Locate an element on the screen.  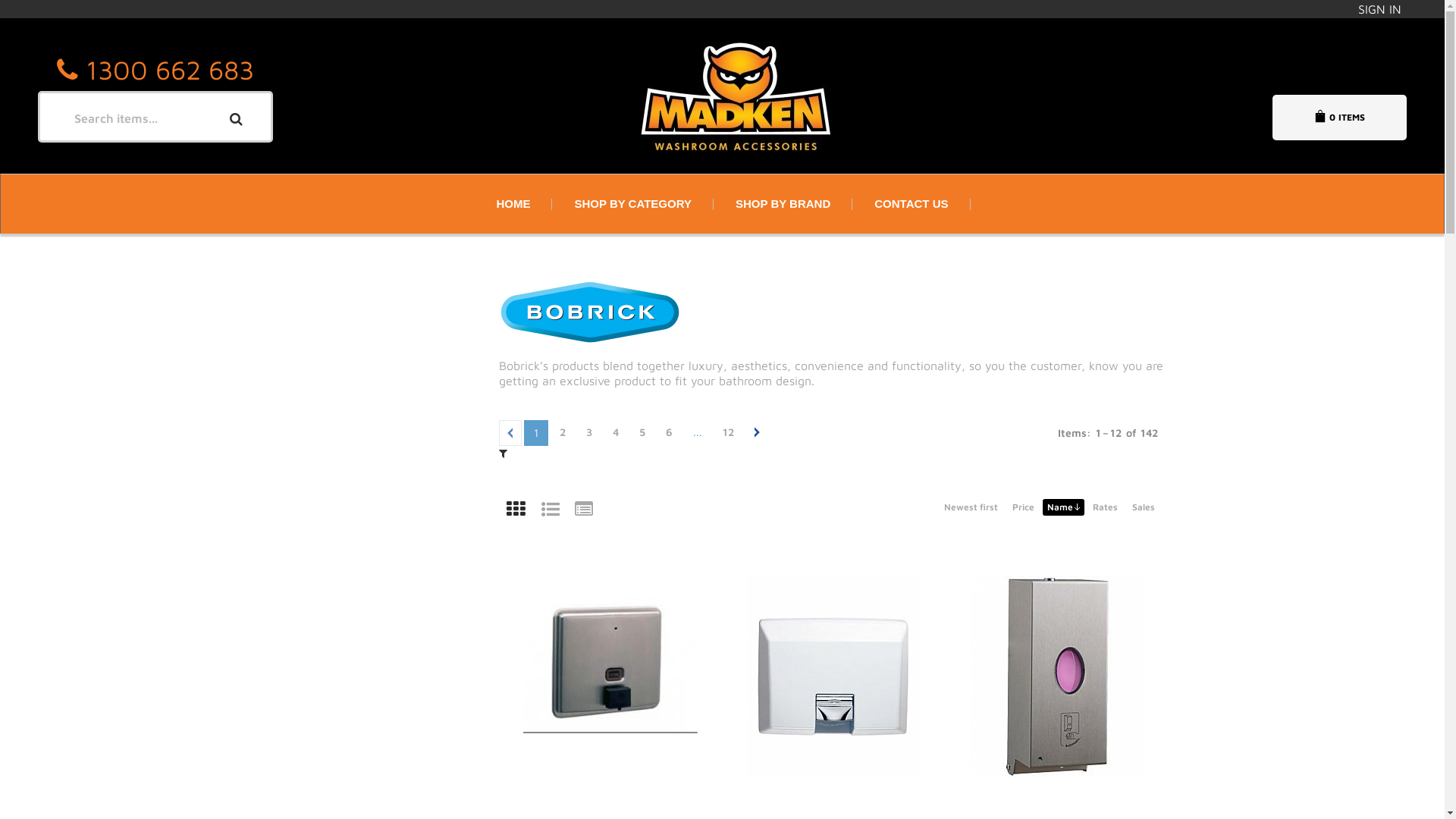
'SHOP BY CATEGORY' is located at coordinates (632, 203).